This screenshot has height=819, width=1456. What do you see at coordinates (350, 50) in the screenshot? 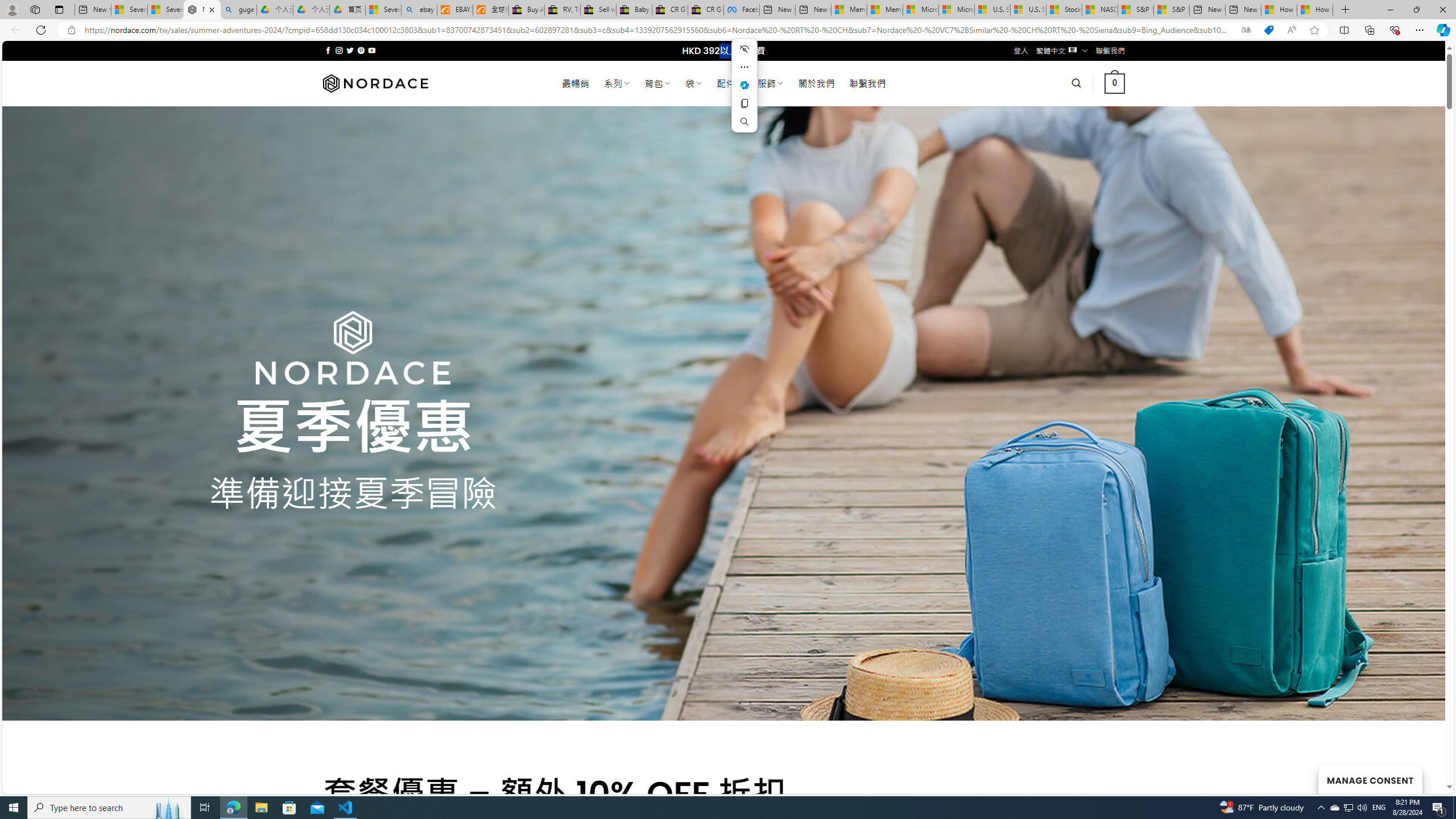
I see `'Follow on Twitter'` at bounding box center [350, 50].